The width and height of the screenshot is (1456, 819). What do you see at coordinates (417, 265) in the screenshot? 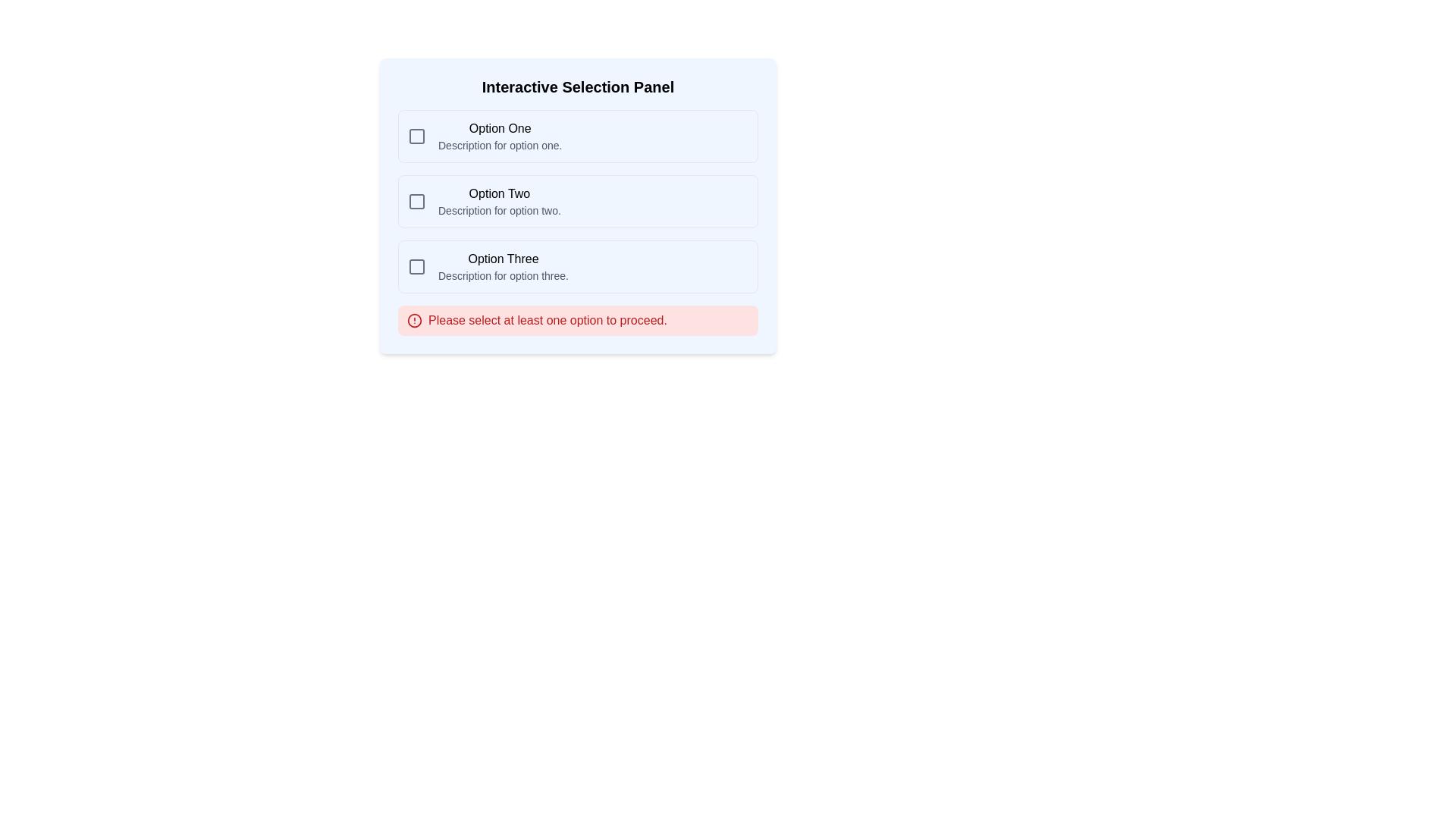
I see `the button that allows users to select or deselect 'Option Three', located in the third row of the selection panel for visual feedback` at bounding box center [417, 265].